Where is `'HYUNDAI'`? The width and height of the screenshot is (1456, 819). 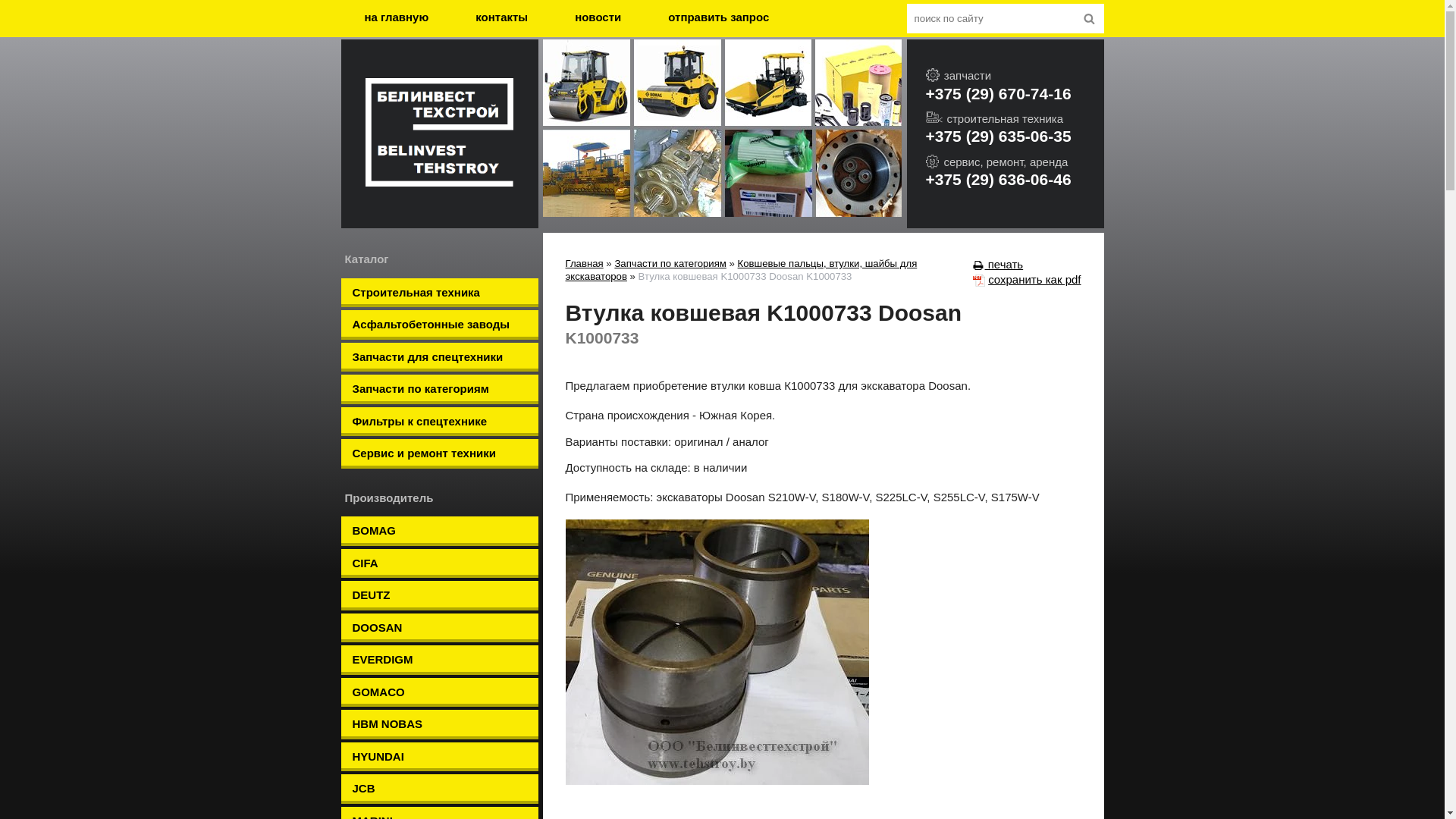 'HYUNDAI' is located at coordinates (340, 756).